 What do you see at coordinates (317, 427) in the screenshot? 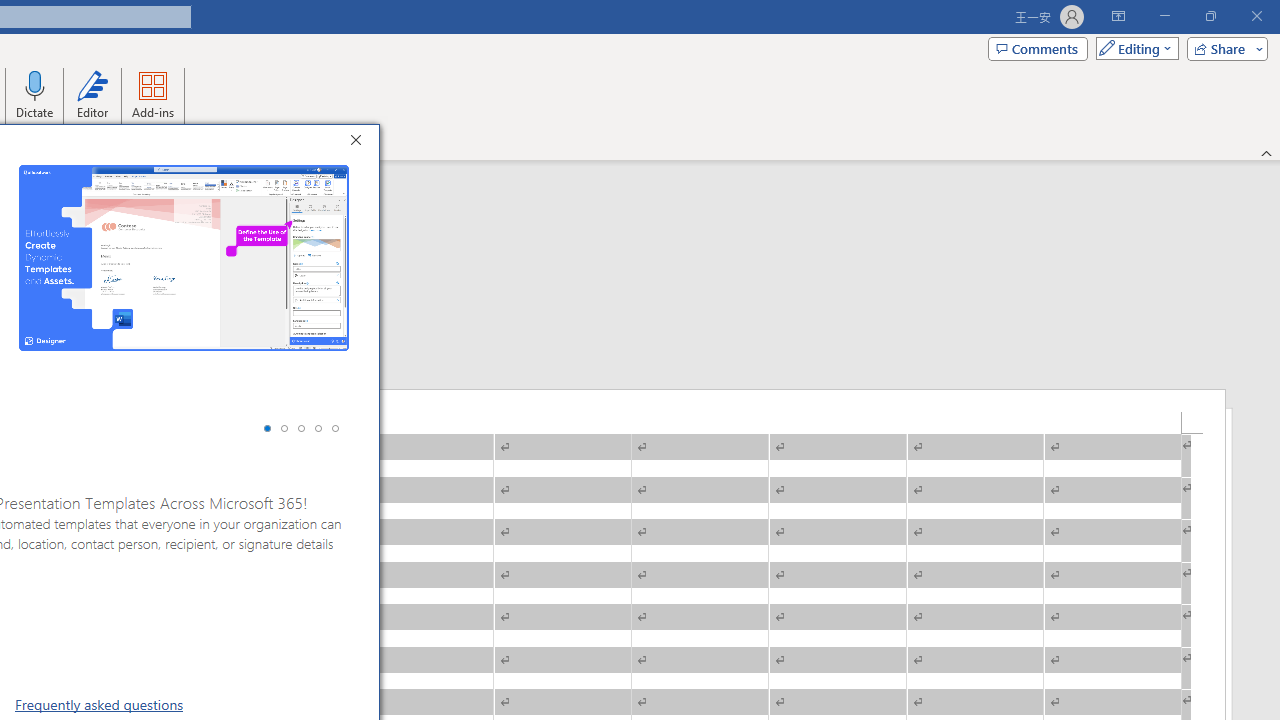
I see `'Go to screenshot 4'` at bounding box center [317, 427].